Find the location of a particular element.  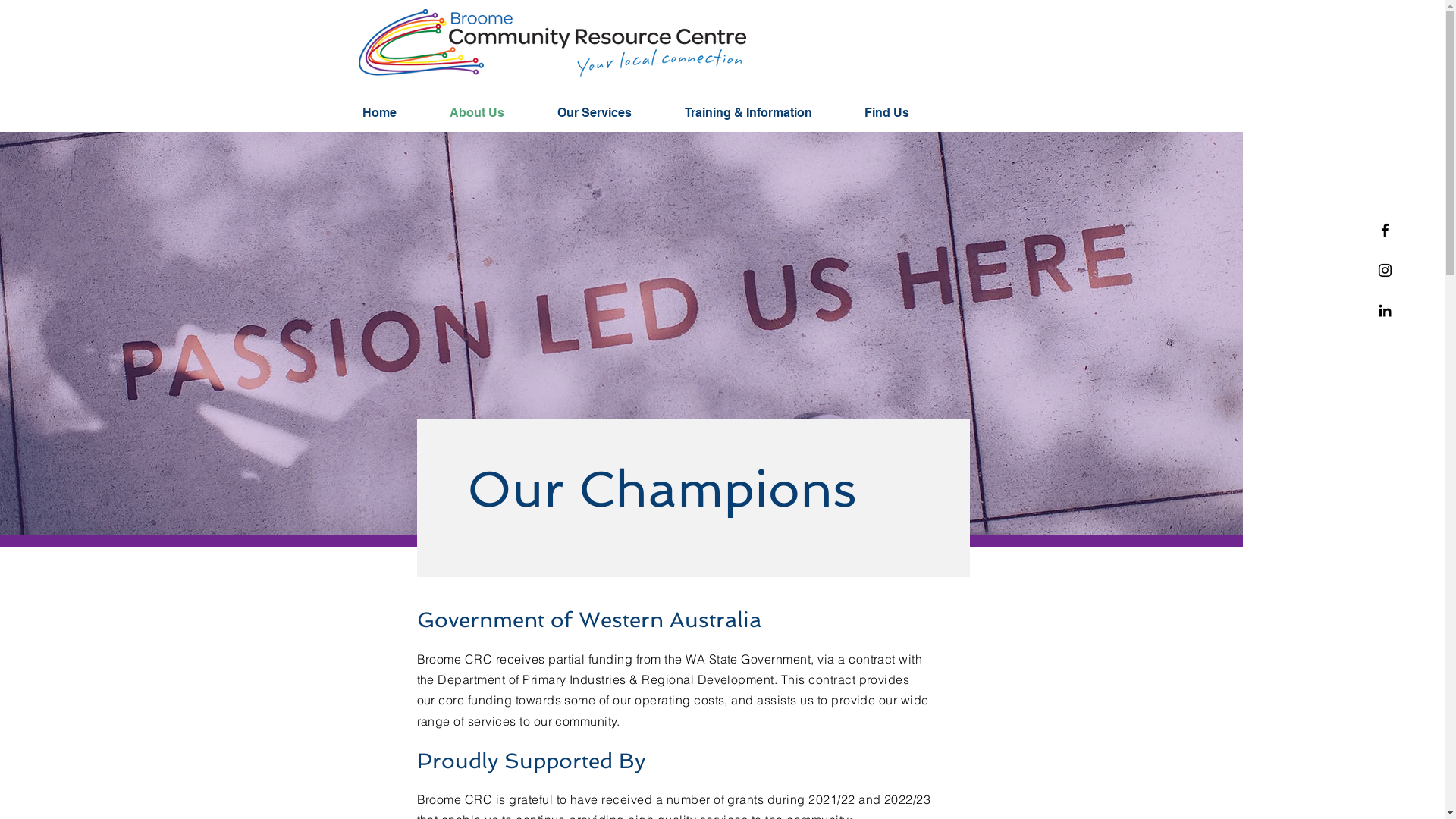

'Training & Information' is located at coordinates (763, 112).